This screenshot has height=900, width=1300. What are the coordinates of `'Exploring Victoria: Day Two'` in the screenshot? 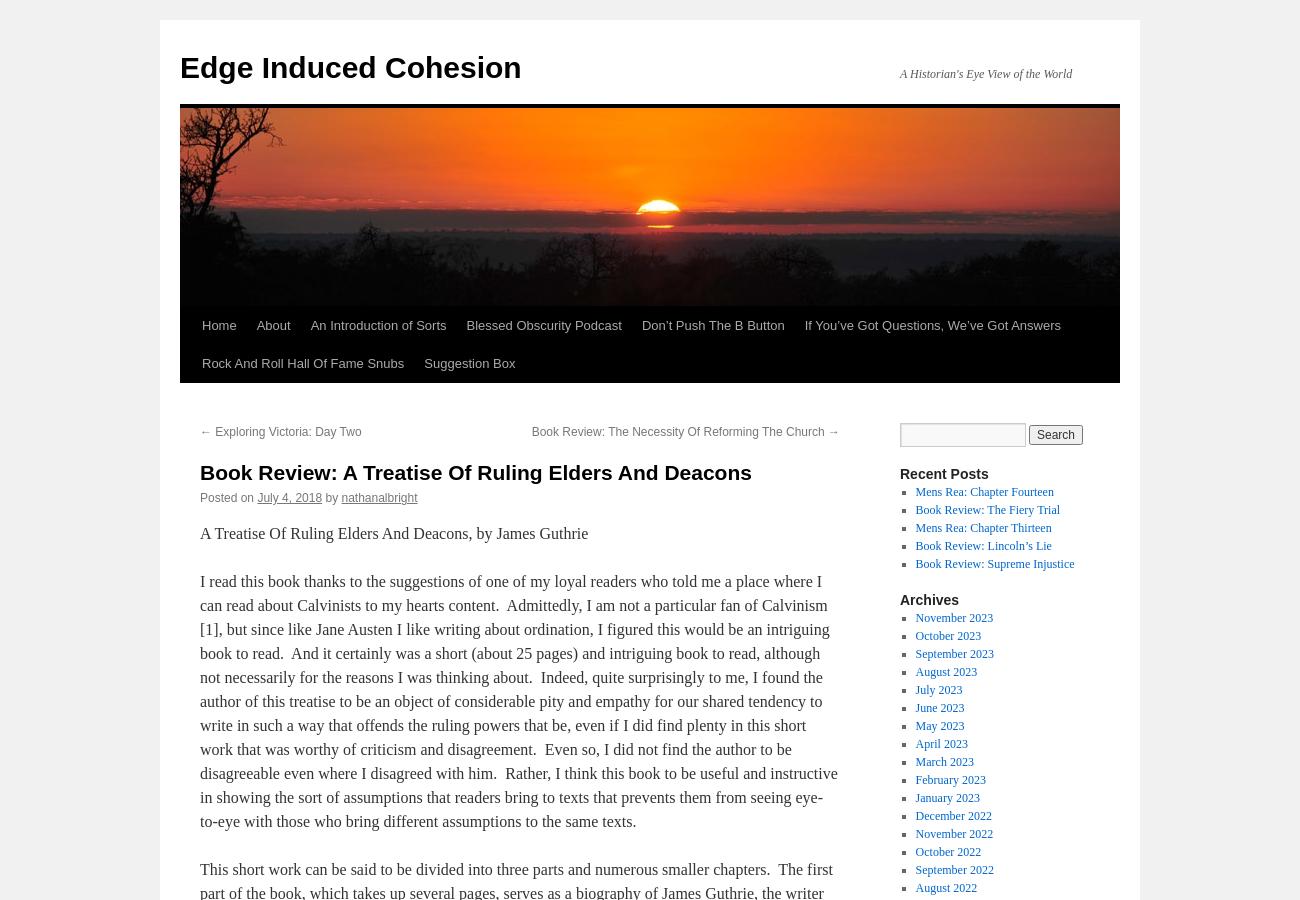 It's located at (286, 432).